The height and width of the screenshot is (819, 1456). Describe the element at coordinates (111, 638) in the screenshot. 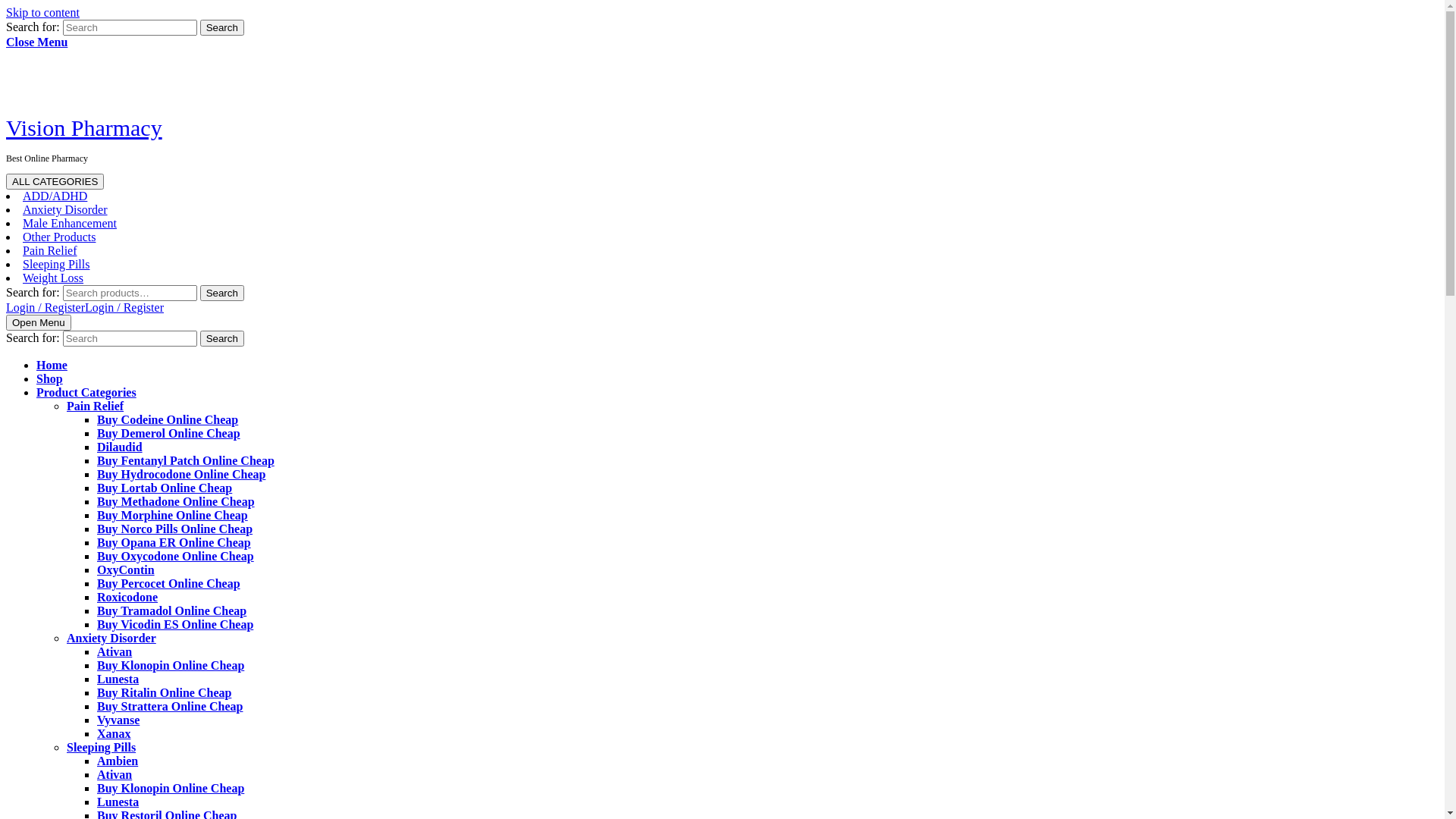

I see `'Anxiety Disorder'` at that location.